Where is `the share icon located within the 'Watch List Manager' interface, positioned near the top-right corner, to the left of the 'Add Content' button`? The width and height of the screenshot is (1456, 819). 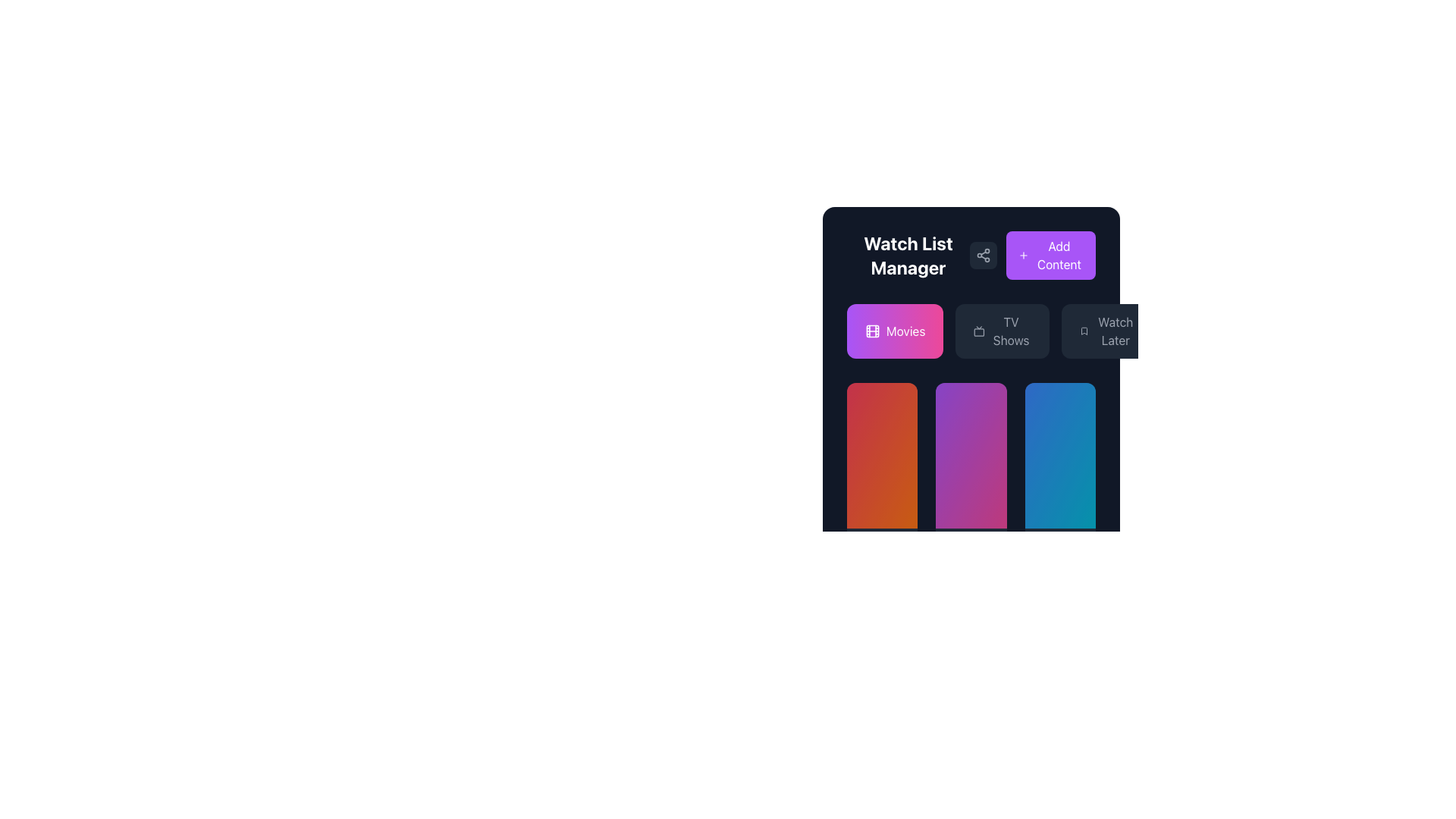 the share icon located within the 'Watch List Manager' interface, positioned near the top-right corner, to the left of the 'Add Content' button is located at coordinates (983, 254).